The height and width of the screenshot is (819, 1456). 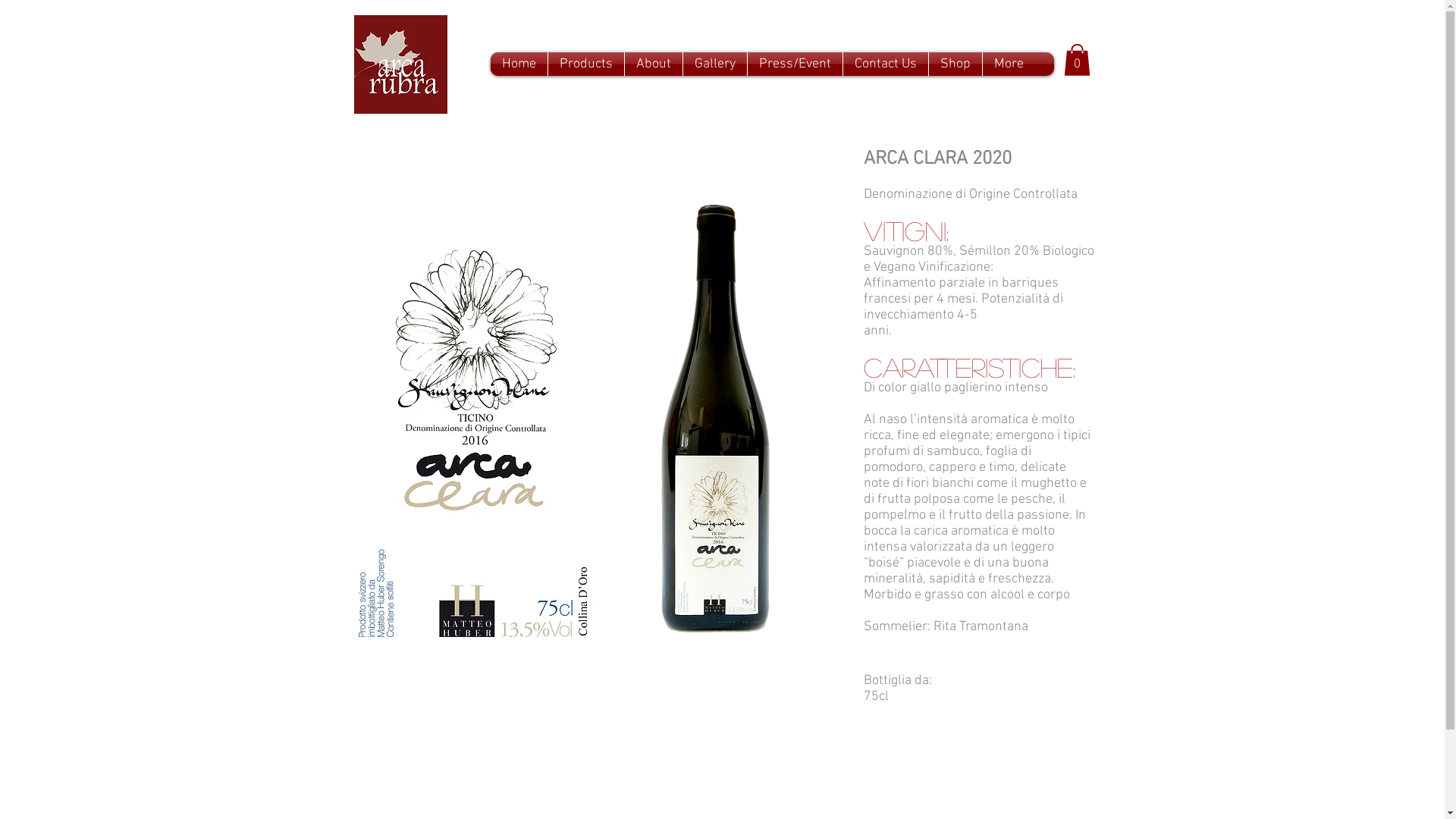 I want to click on 'Press/Event', so click(x=794, y=63).